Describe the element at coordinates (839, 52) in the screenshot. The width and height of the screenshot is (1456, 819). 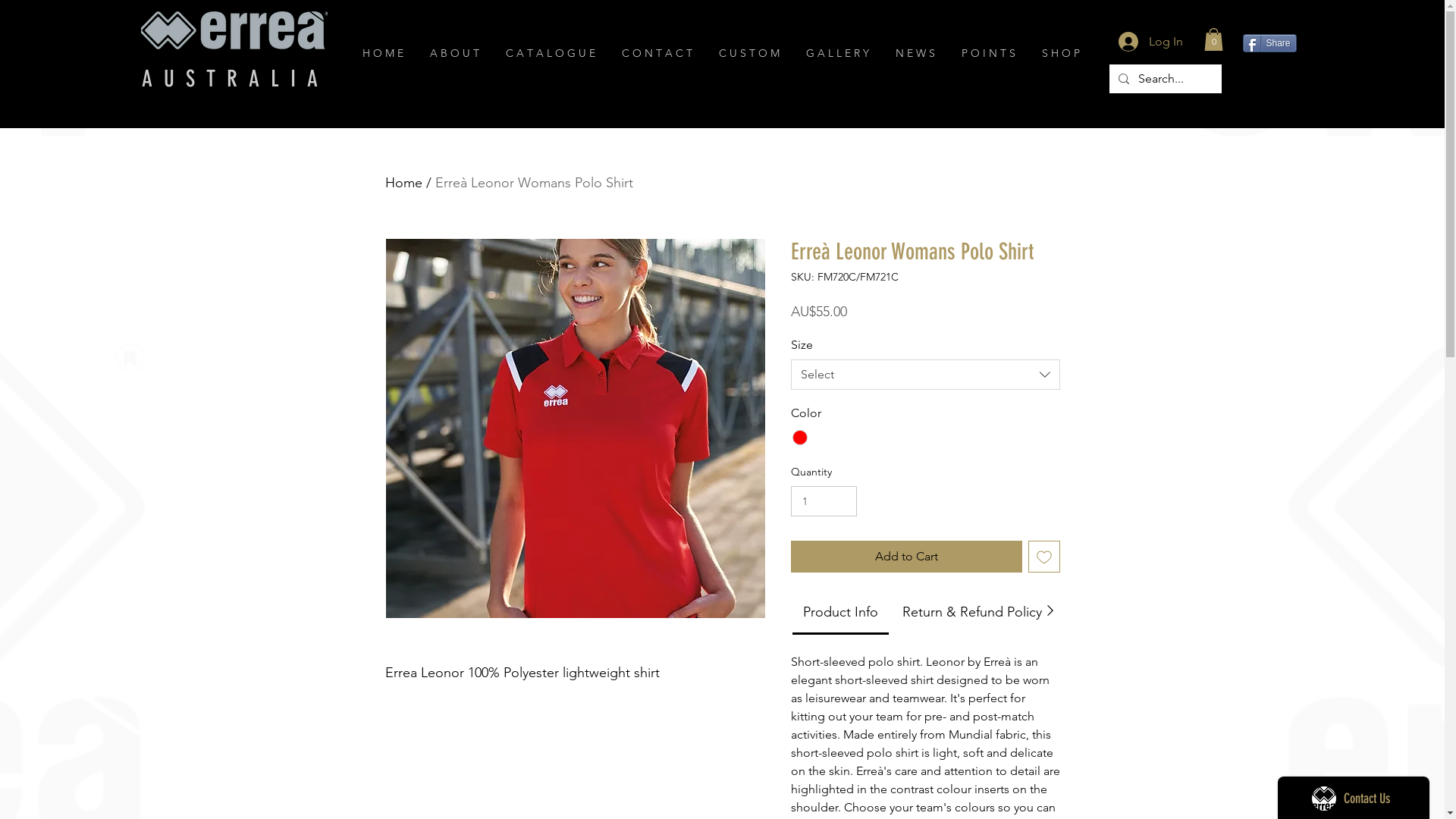
I see `'G A L L E R Y'` at that location.